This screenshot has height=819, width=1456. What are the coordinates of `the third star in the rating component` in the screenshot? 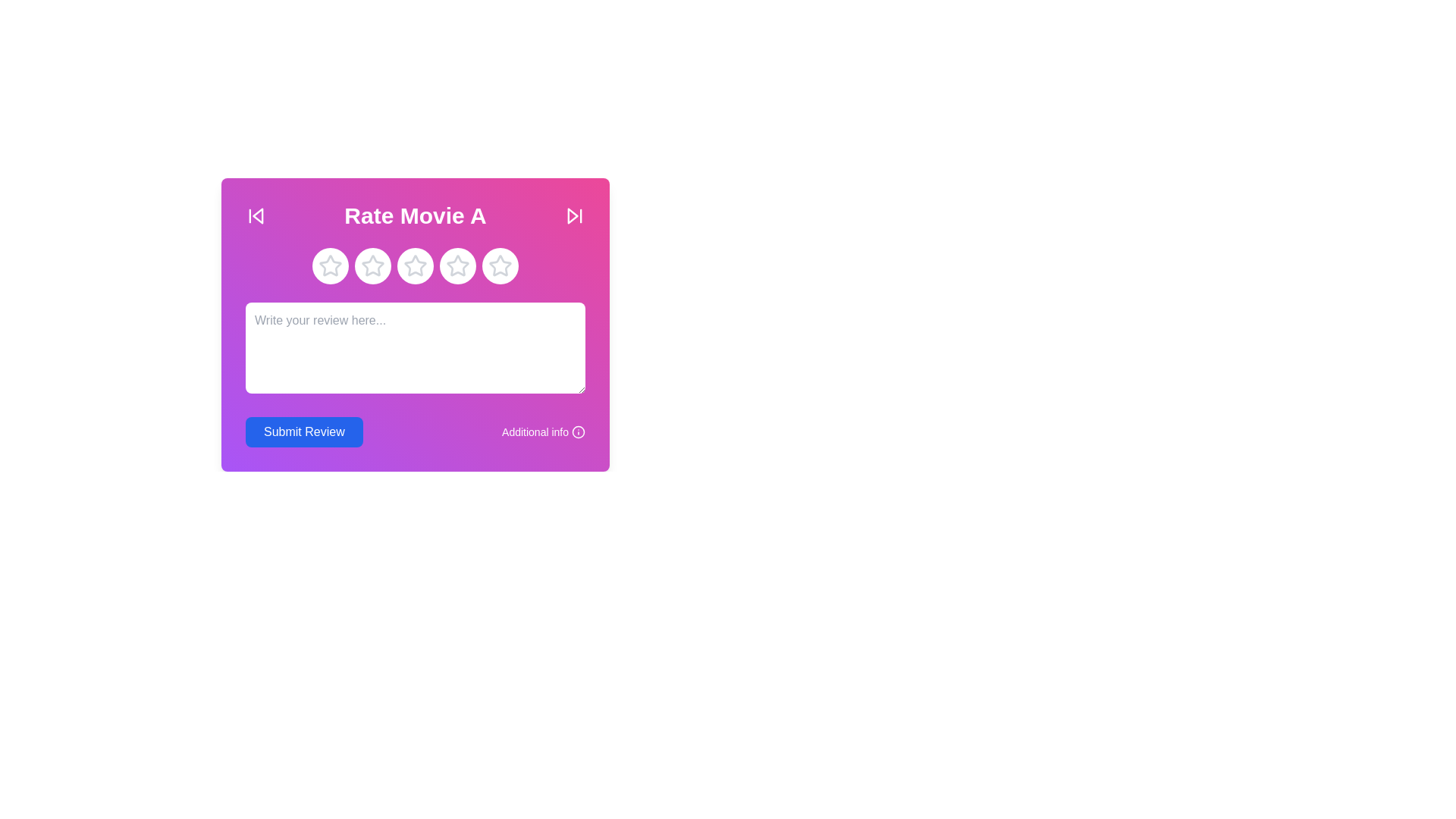 It's located at (415, 265).